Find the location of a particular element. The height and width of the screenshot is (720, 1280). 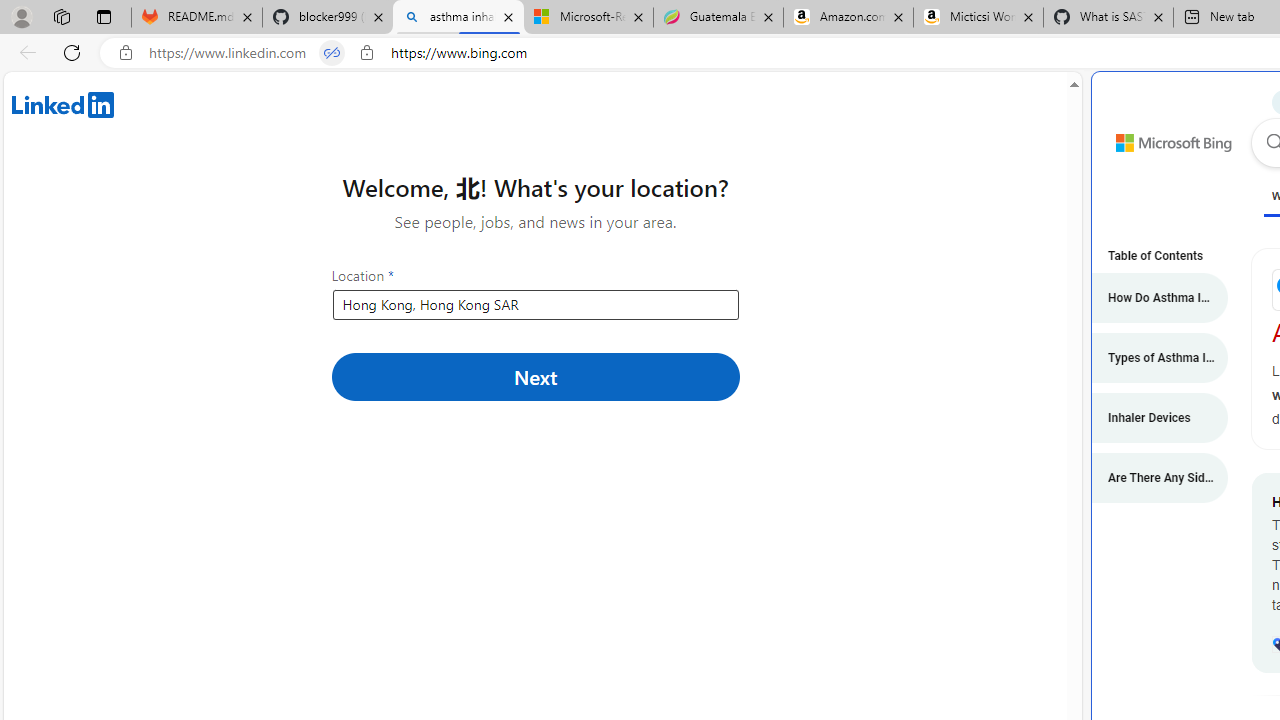

'Inhaler Devices' is located at coordinates (1150, 416).